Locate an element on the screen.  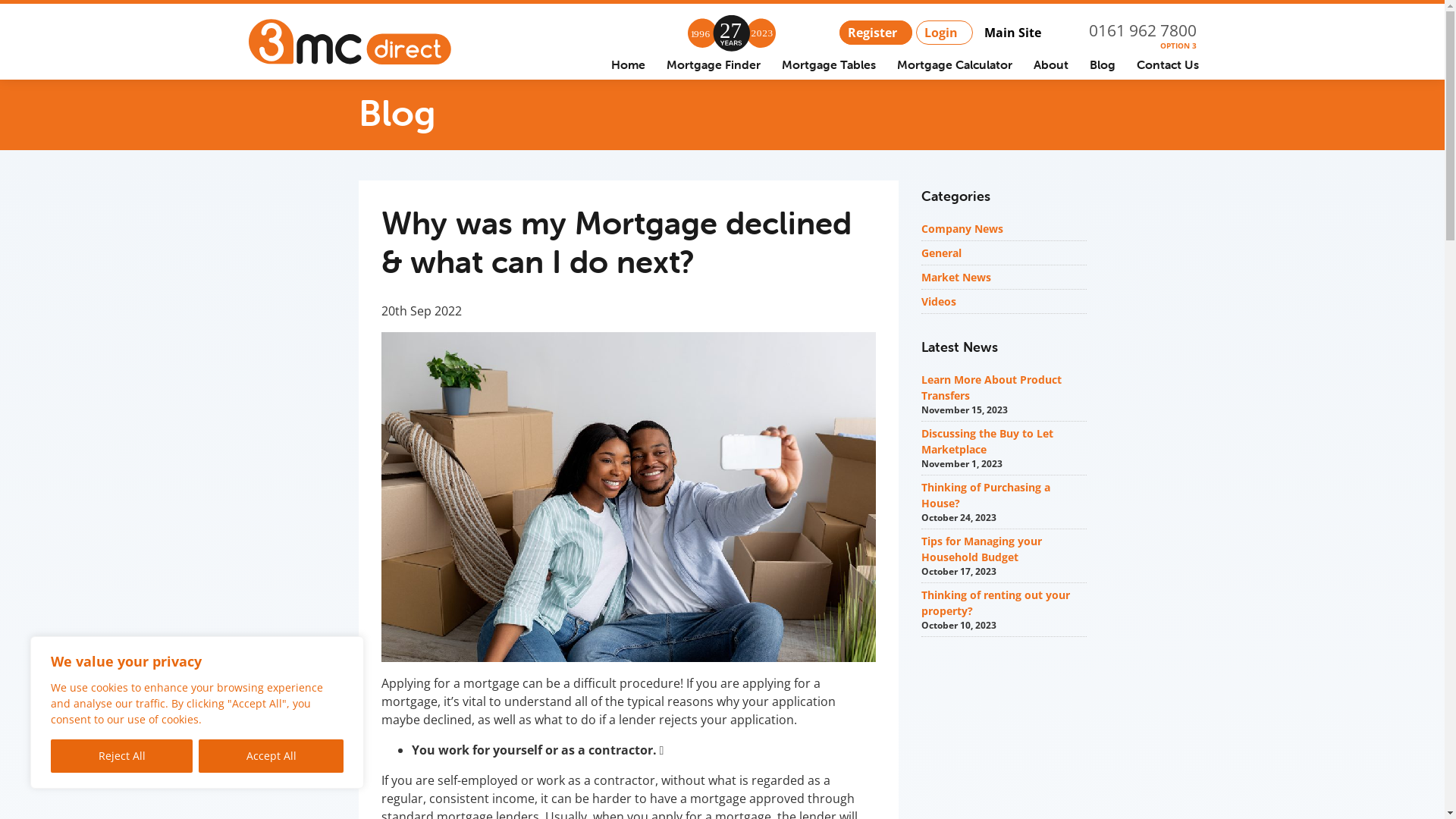
'Thinking of Purchasing a House?' is located at coordinates (986, 494).